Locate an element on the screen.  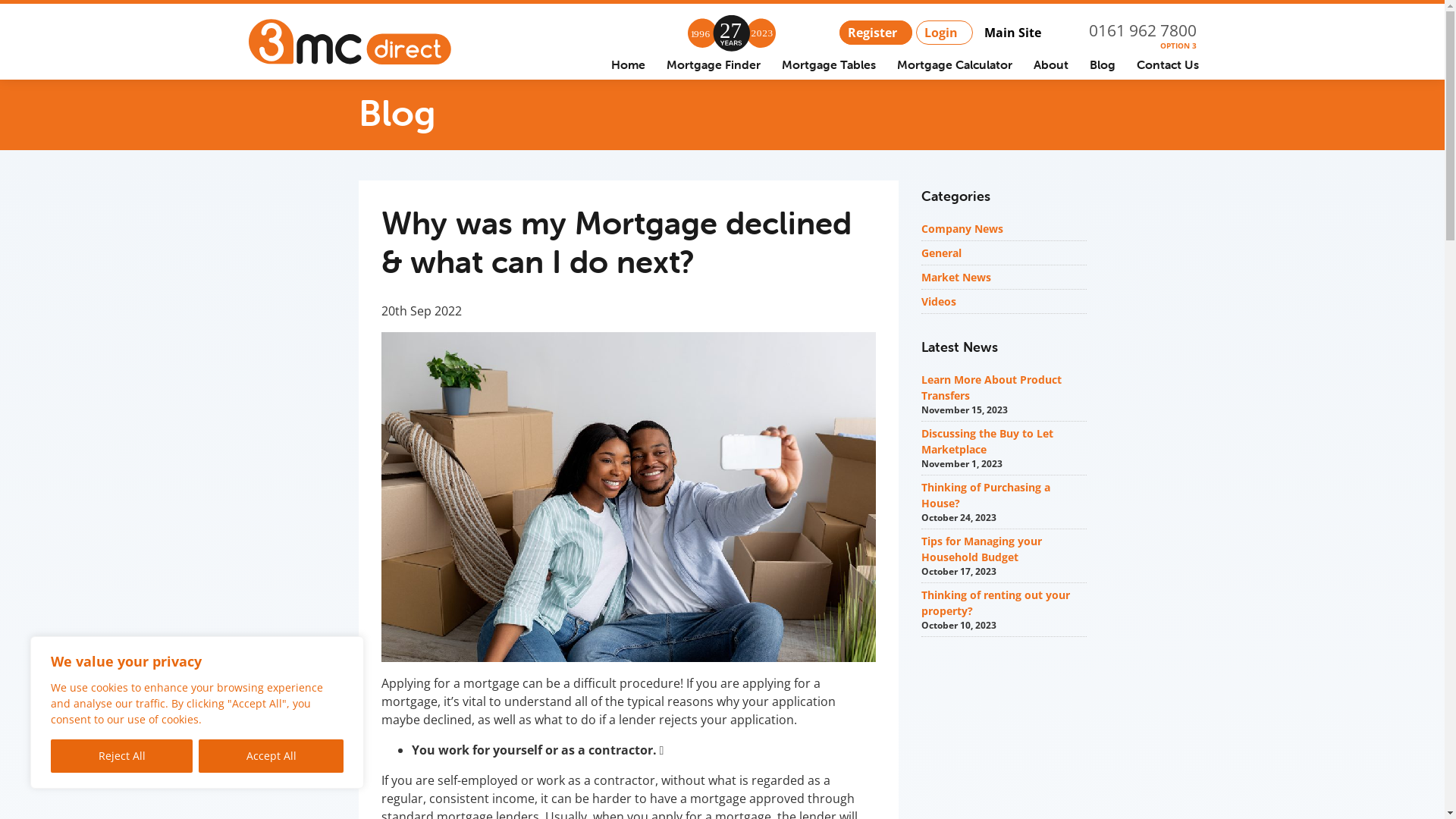
'Thinking of Purchasing a House?' is located at coordinates (986, 494).